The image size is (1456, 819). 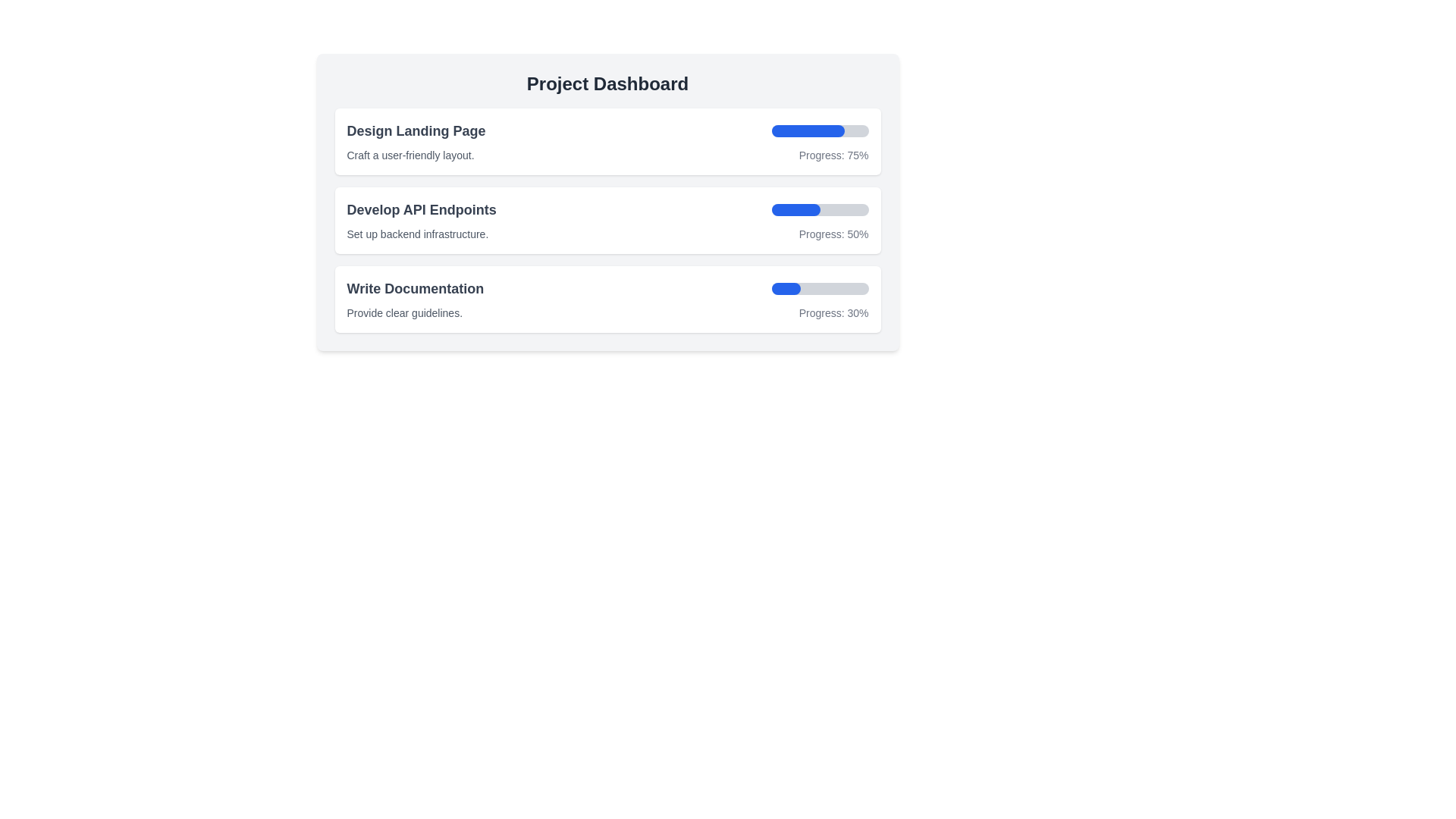 I want to click on the text label 'Progress: 50%' located beside the task description 'Set up backend infrastructure' in the project dashboard, so click(x=833, y=234).